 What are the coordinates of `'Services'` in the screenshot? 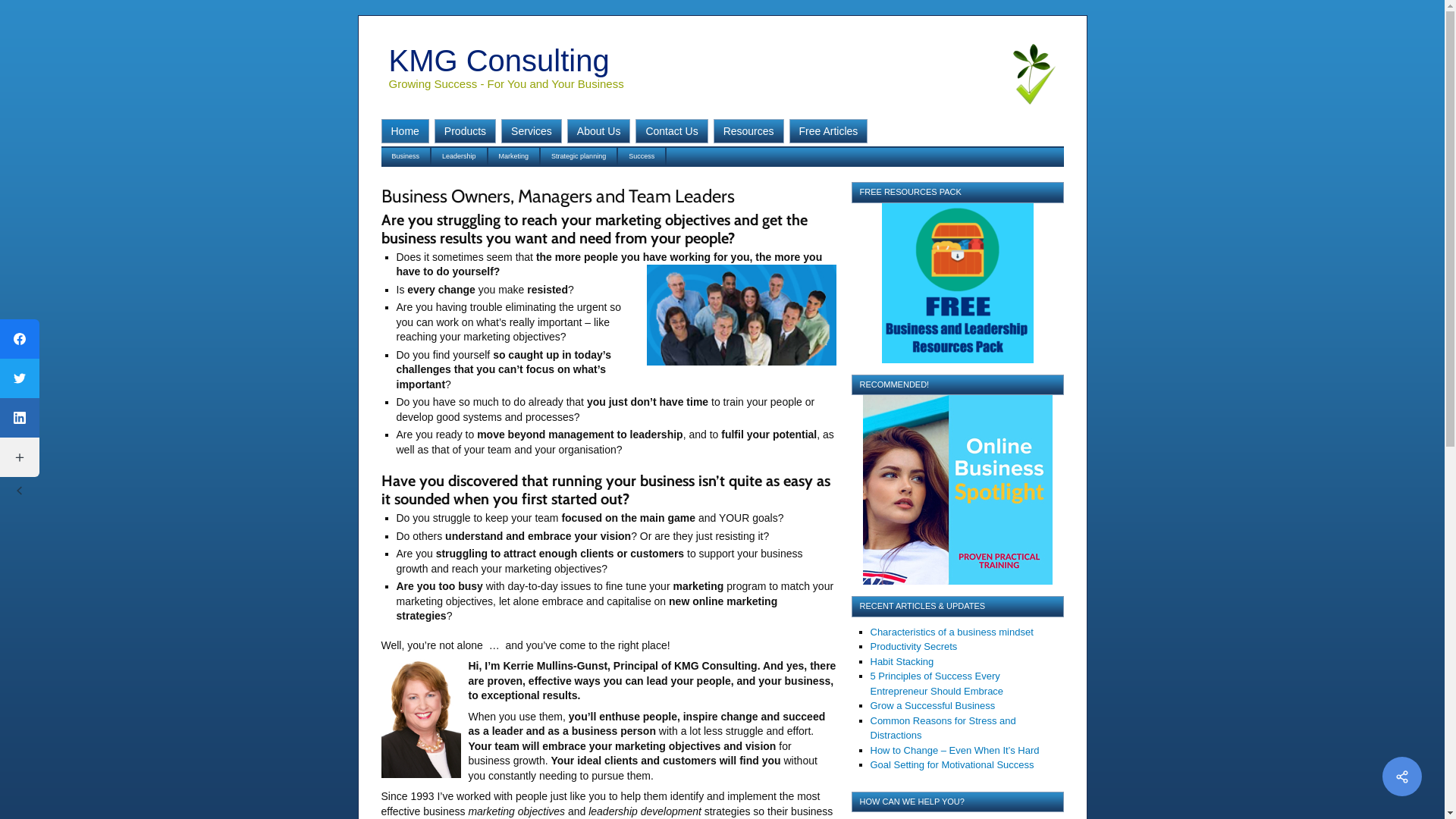 It's located at (531, 130).